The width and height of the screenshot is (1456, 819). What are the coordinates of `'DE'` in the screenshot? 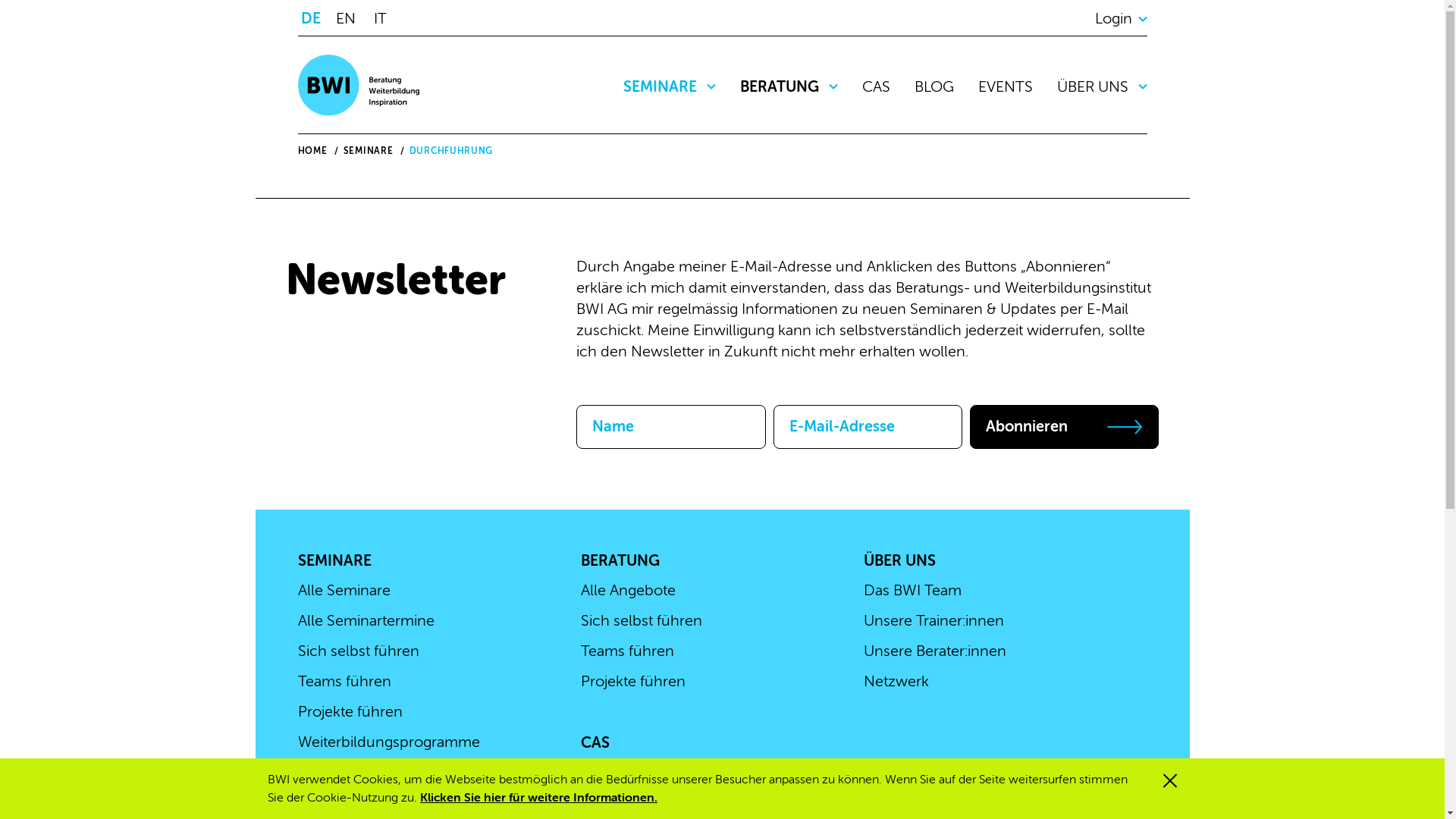 It's located at (313, 17).